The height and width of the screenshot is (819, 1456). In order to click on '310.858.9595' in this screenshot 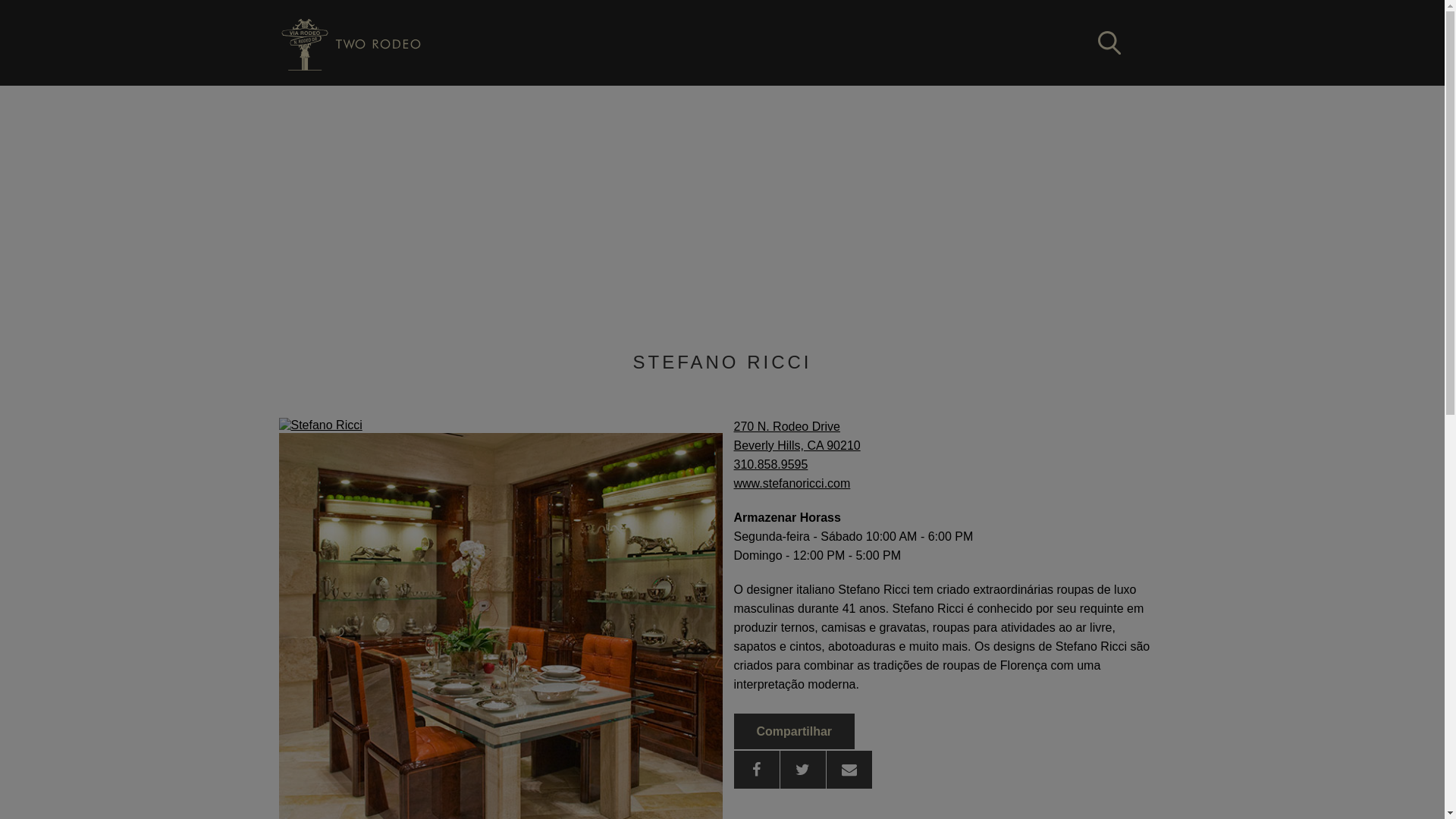, I will do `click(771, 463)`.